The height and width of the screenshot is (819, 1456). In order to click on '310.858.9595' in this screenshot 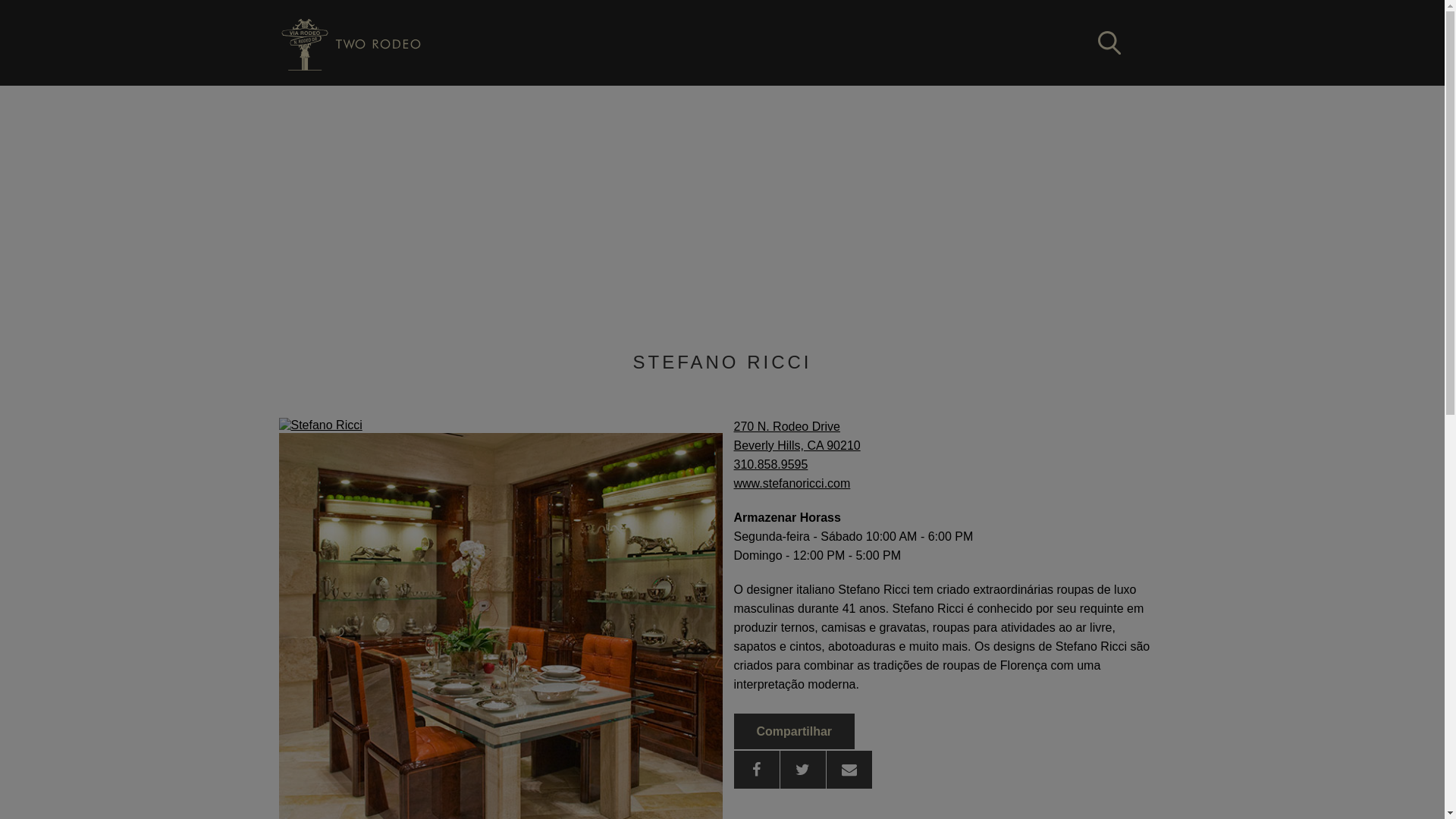, I will do `click(771, 463)`.